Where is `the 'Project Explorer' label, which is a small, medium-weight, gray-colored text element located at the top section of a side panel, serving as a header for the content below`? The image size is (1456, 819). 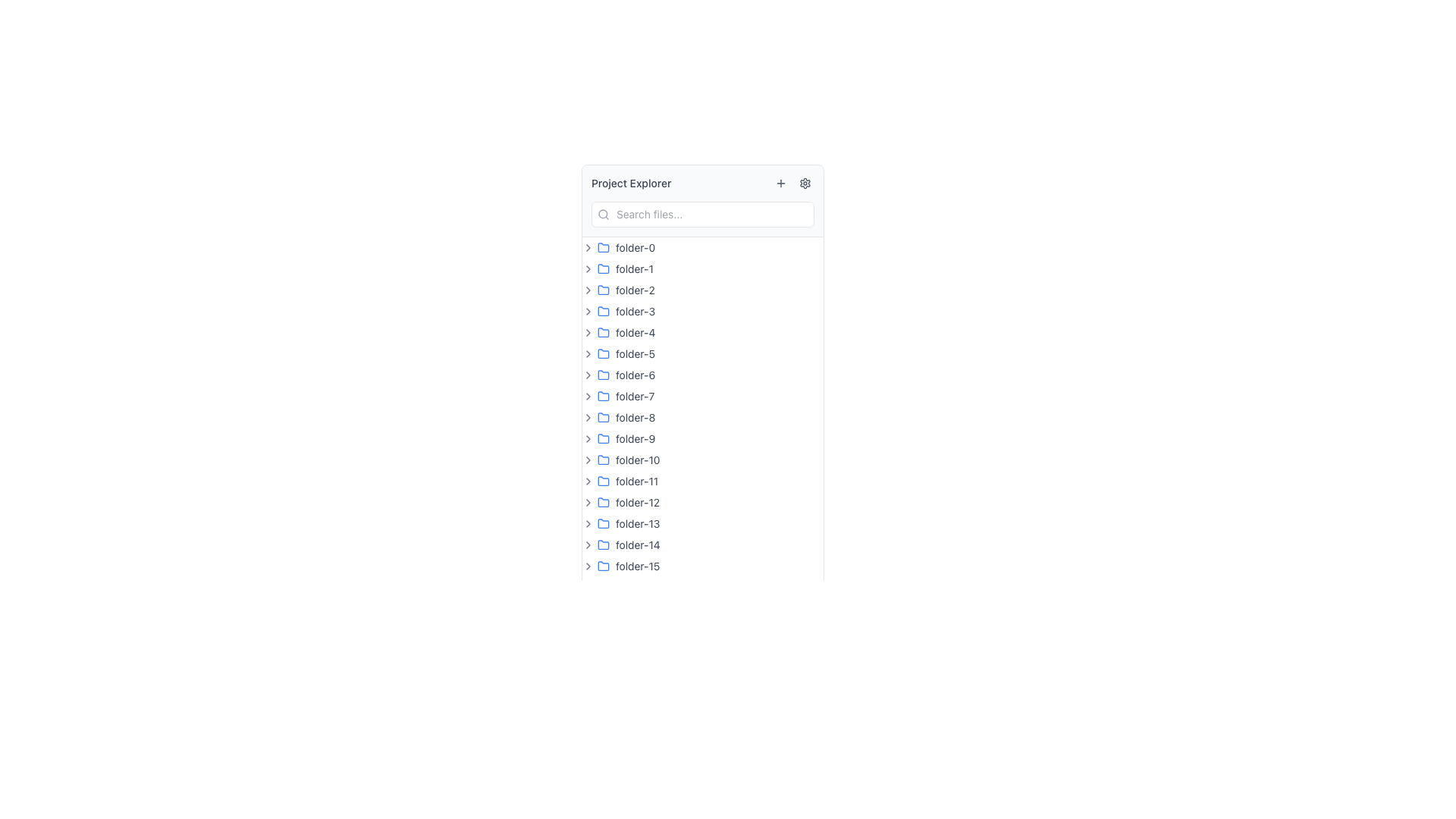
the 'Project Explorer' label, which is a small, medium-weight, gray-colored text element located at the top section of a side panel, serving as a header for the content below is located at coordinates (631, 183).